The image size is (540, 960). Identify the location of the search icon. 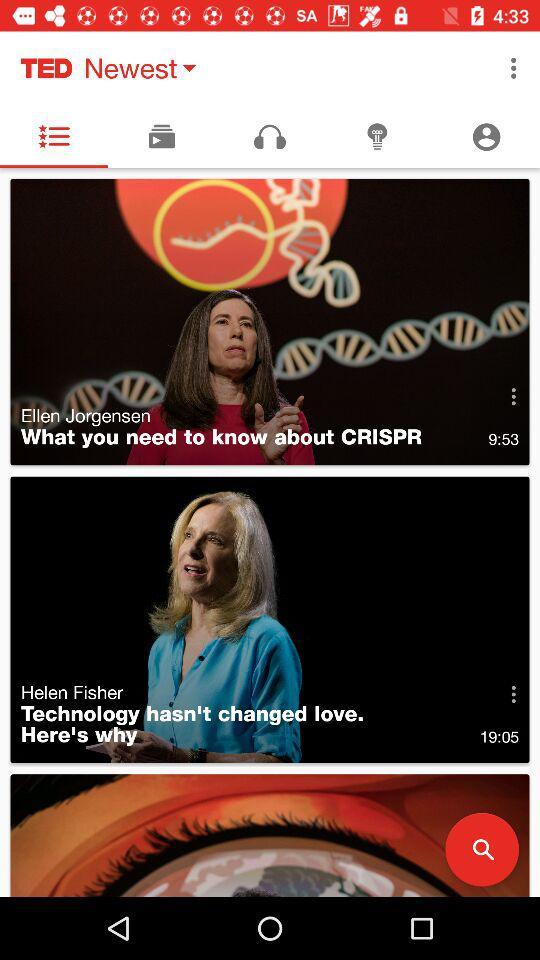
(481, 848).